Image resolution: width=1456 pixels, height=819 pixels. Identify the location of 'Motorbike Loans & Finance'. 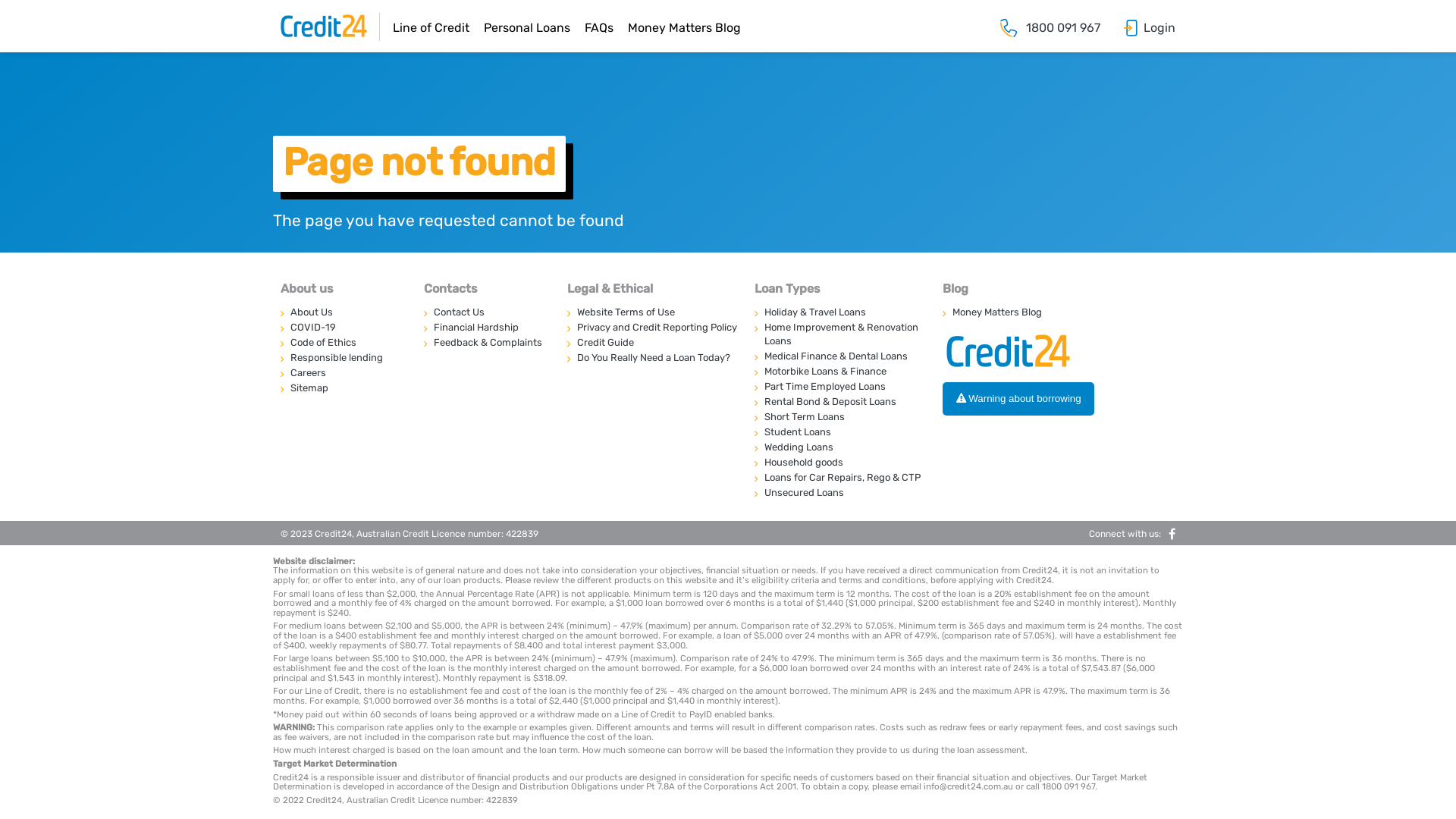
(839, 371).